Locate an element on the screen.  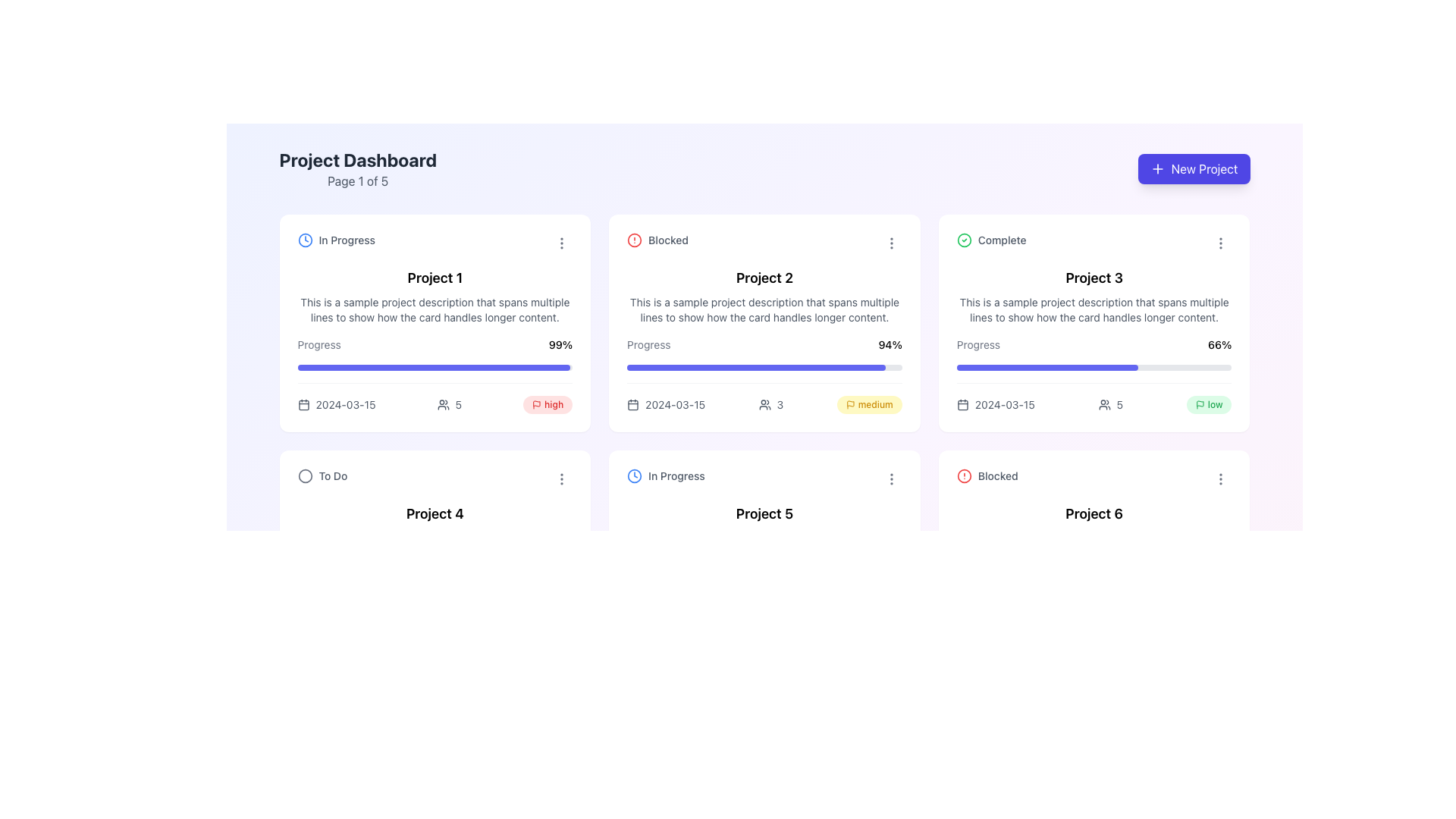
the progress visually by interacting with the progress bar located in the card for 'Project 5' in the second row, middle column of the grid layout, which indicates a completion percentage of 78% is located at coordinates (734, 602).